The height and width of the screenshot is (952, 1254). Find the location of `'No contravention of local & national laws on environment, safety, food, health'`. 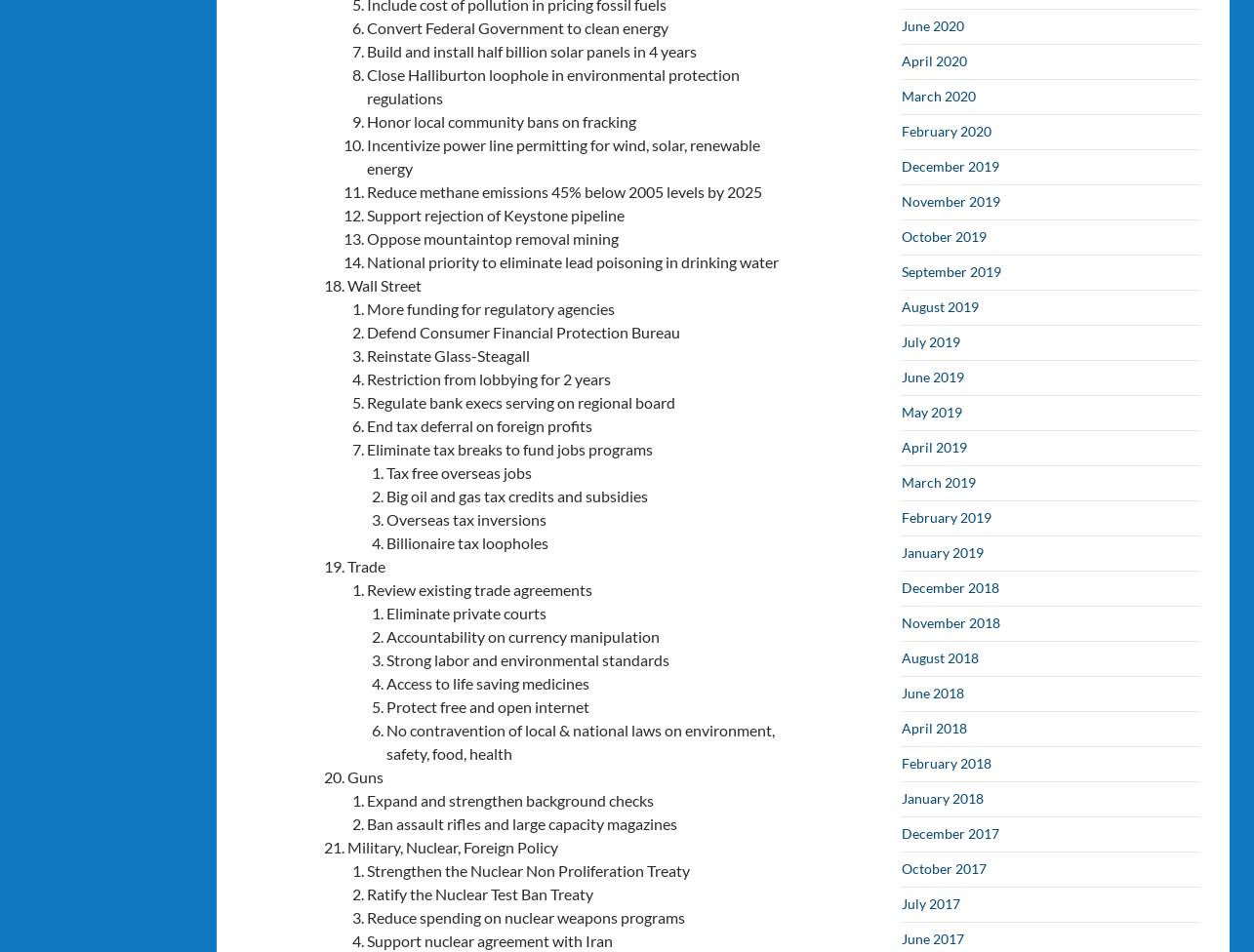

'No contravention of local & national laws on environment, safety, food, health' is located at coordinates (580, 740).